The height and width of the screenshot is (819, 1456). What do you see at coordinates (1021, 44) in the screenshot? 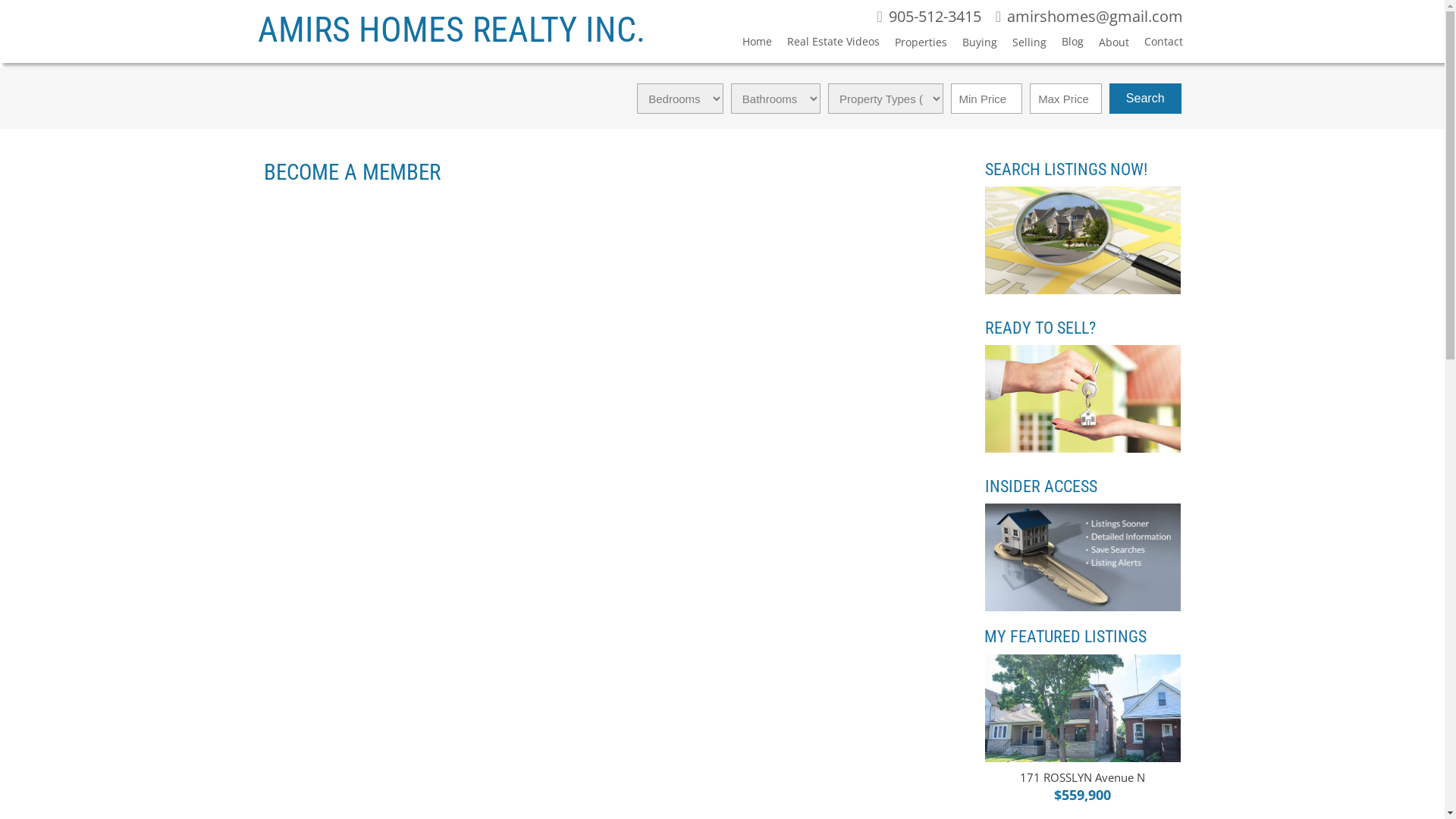
I see `'Selling'` at bounding box center [1021, 44].